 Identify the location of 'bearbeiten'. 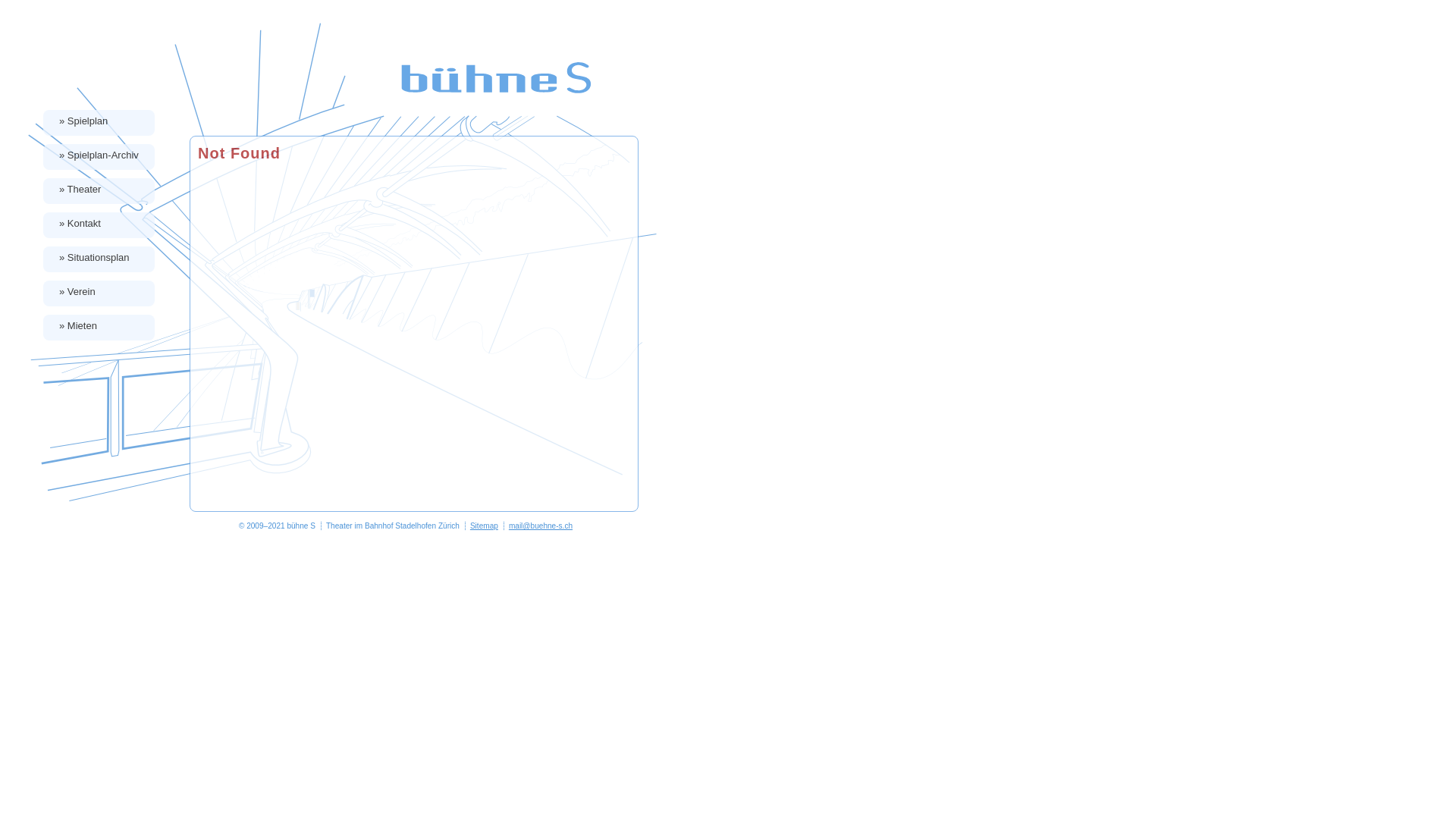
(1437, 810).